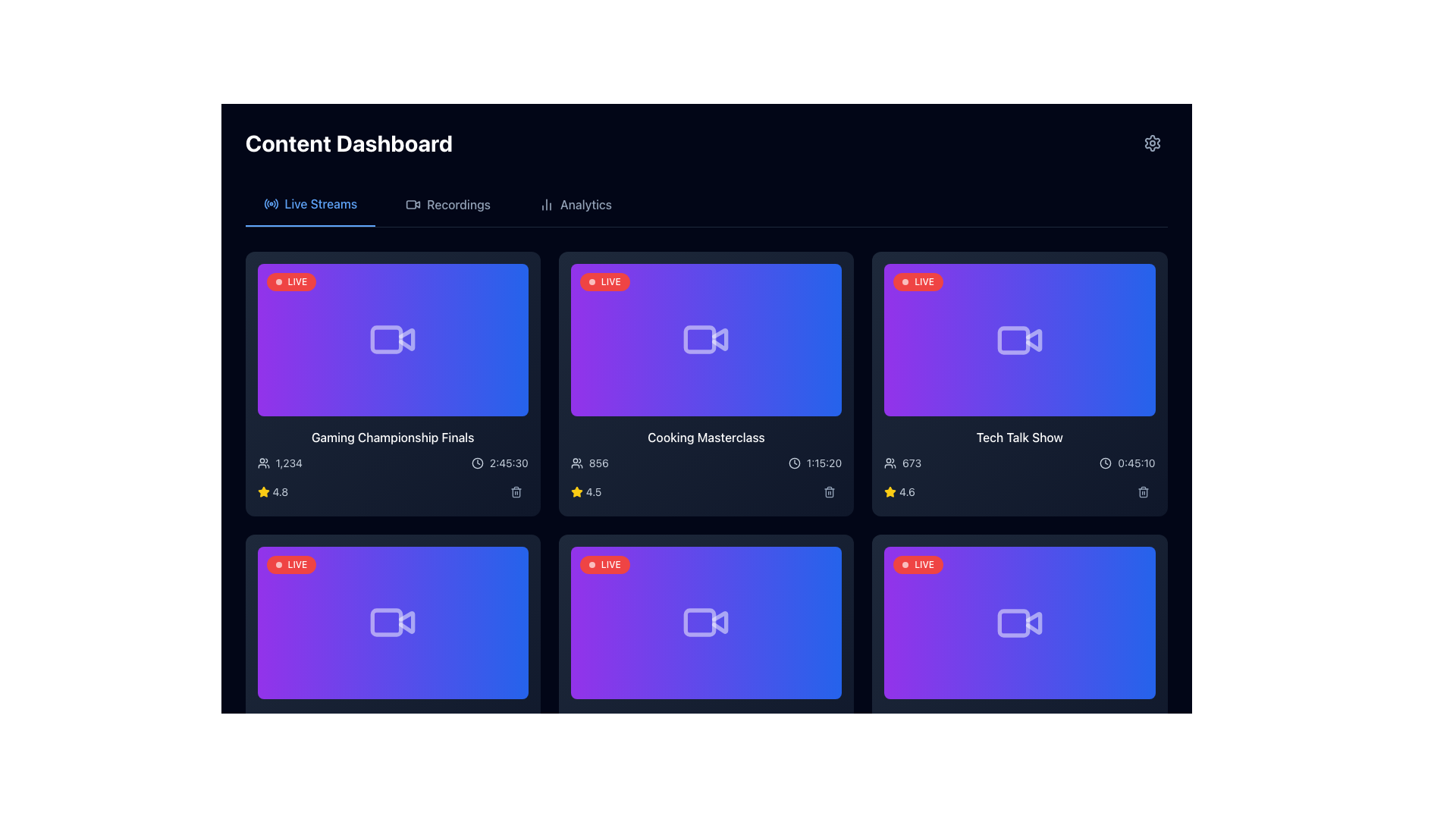 Image resolution: width=1456 pixels, height=819 pixels. I want to click on keyboard navigation, so click(574, 205).